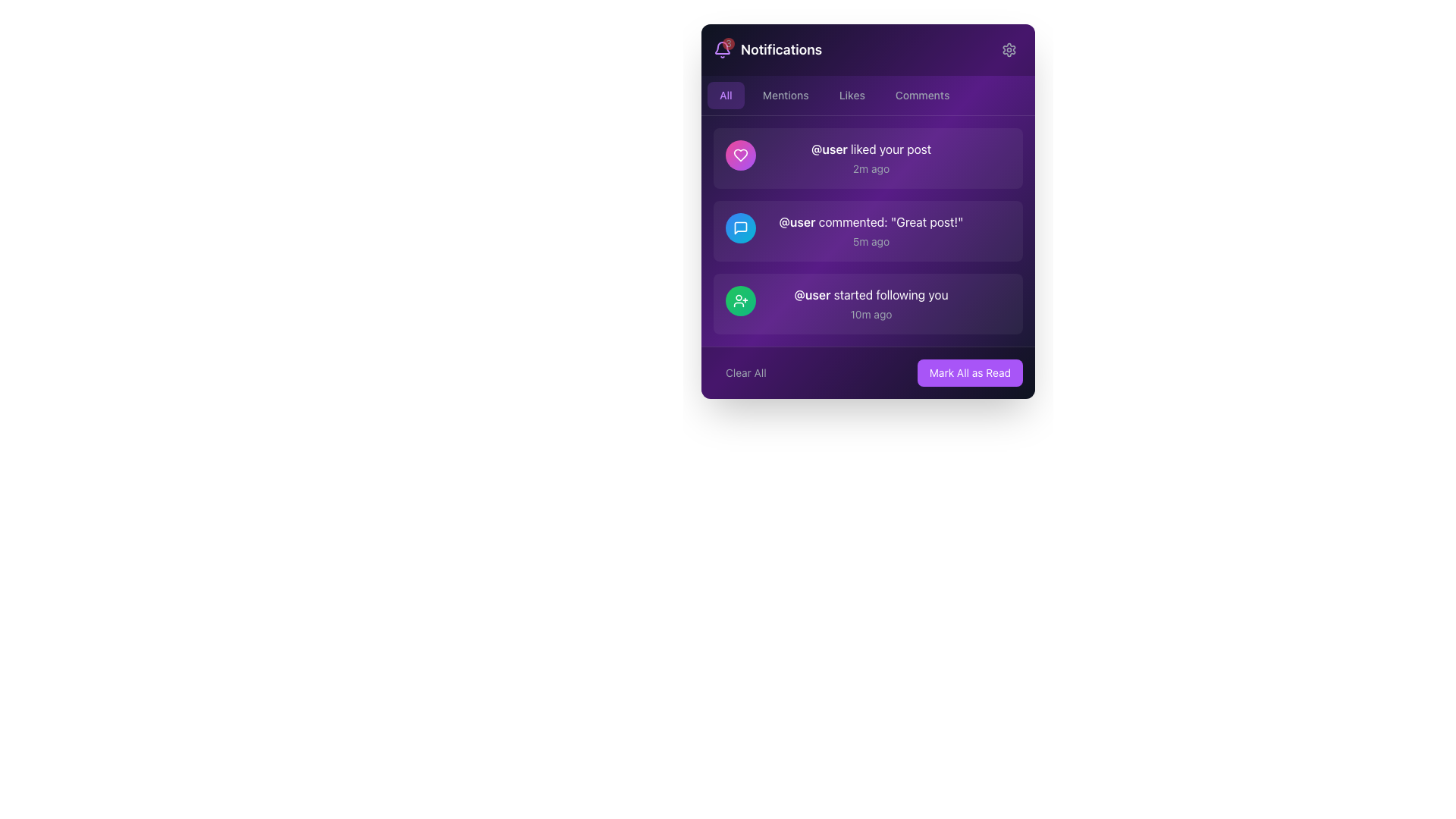 Image resolution: width=1456 pixels, height=819 pixels. Describe the element at coordinates (998, 225) in the screenshot. I see `the dismiss button located on the right side of the notification entry that corresponds to '@user commented: 'Great post!'.' This button is positioned close to the top-right corner of the notification entry for dismissing the notification` at that location.